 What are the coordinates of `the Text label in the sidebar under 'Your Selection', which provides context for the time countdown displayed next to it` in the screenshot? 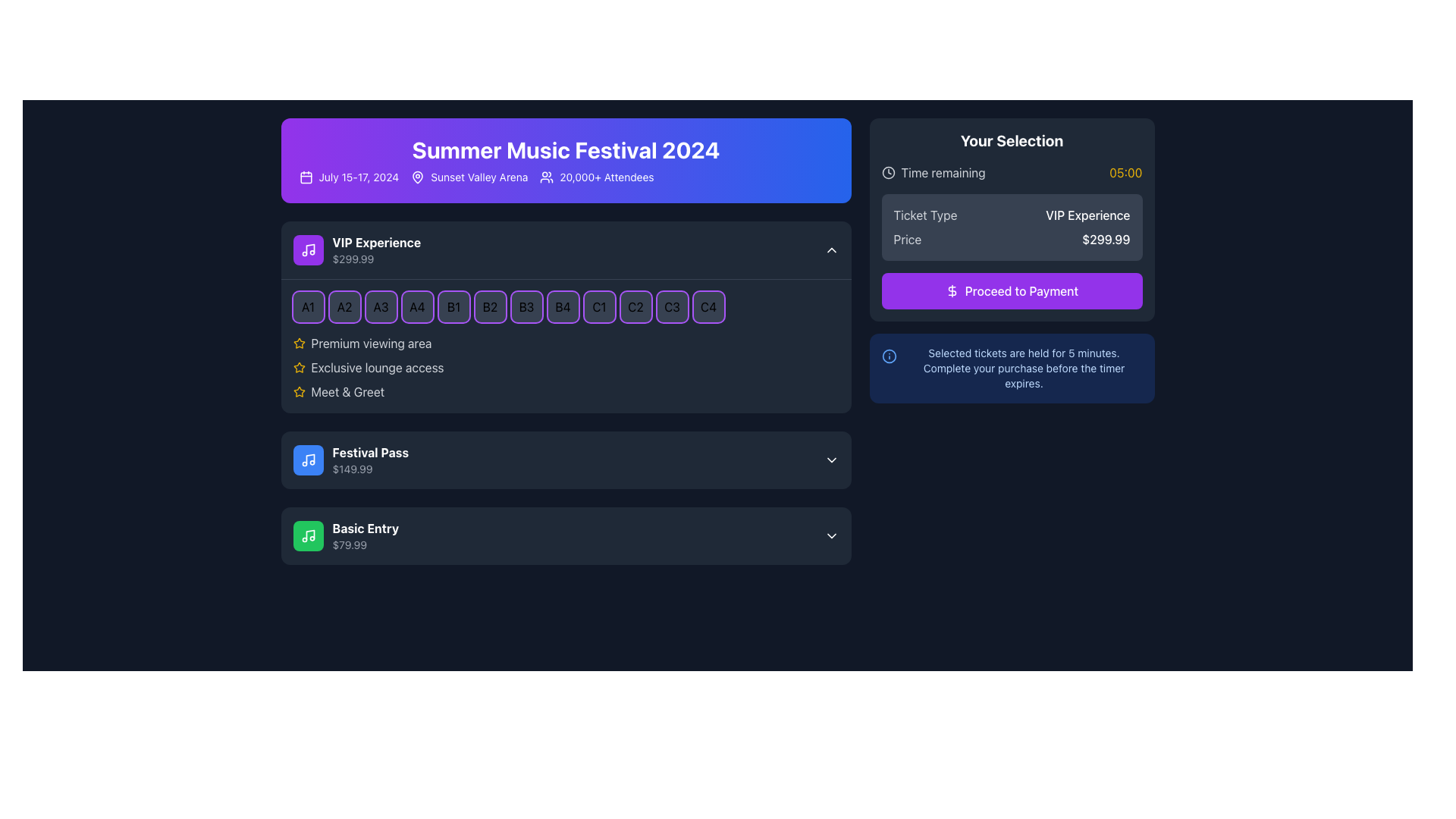 It's located at (943, 171).